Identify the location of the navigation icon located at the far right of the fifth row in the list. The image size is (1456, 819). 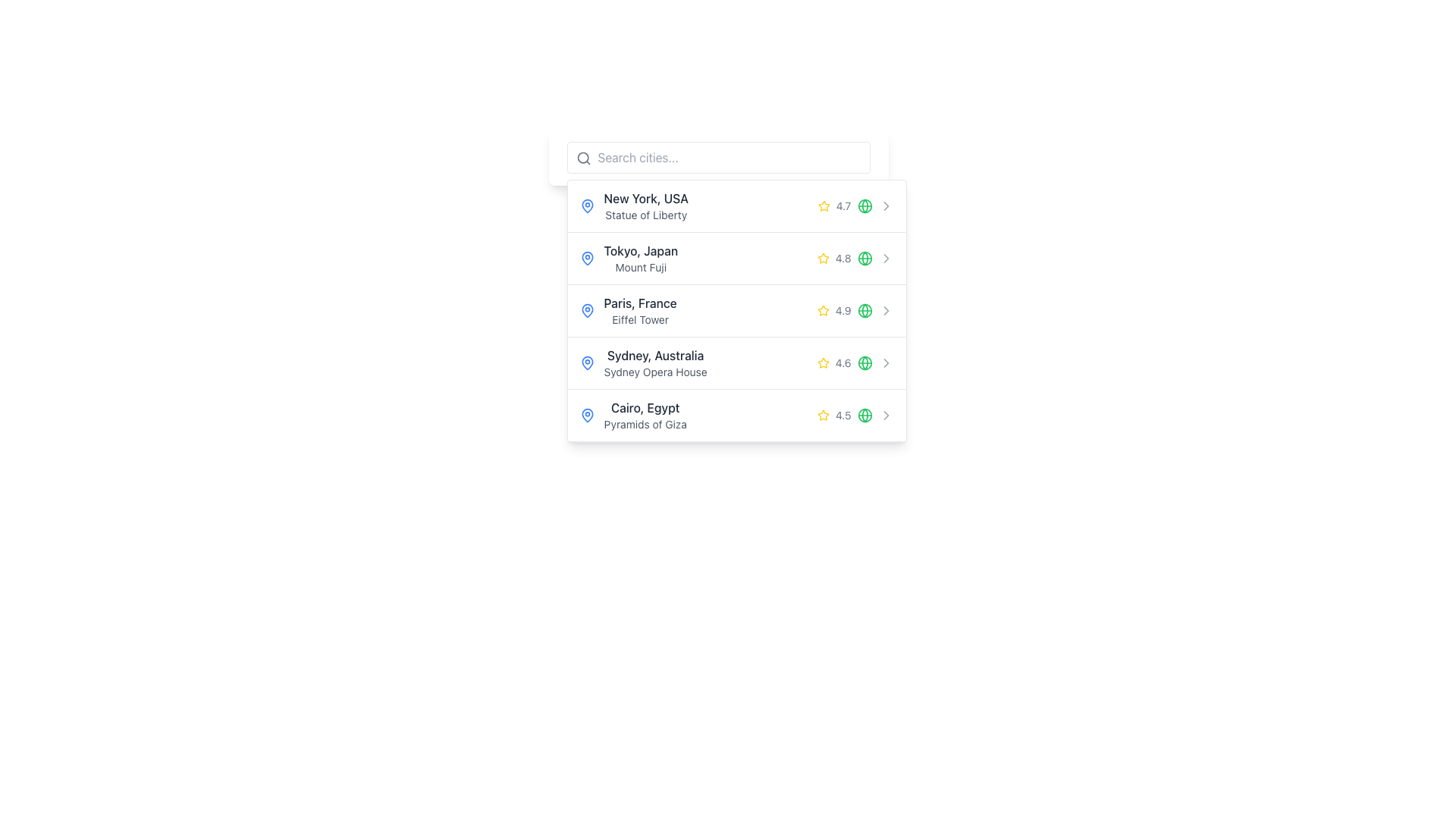
(886, 415).